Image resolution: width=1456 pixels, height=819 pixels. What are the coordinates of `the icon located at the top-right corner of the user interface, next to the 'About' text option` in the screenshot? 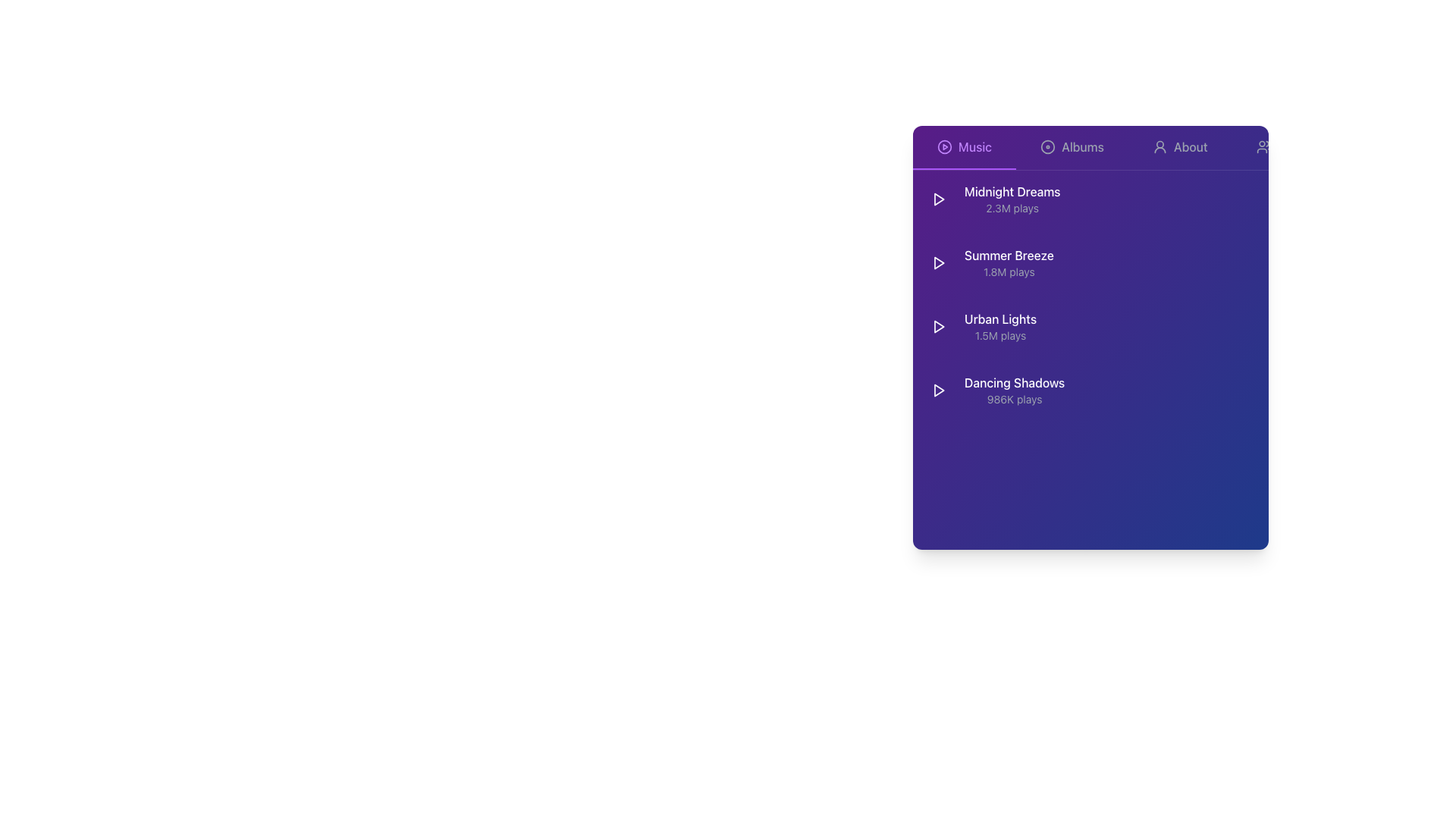 It's located at (1263, 146).